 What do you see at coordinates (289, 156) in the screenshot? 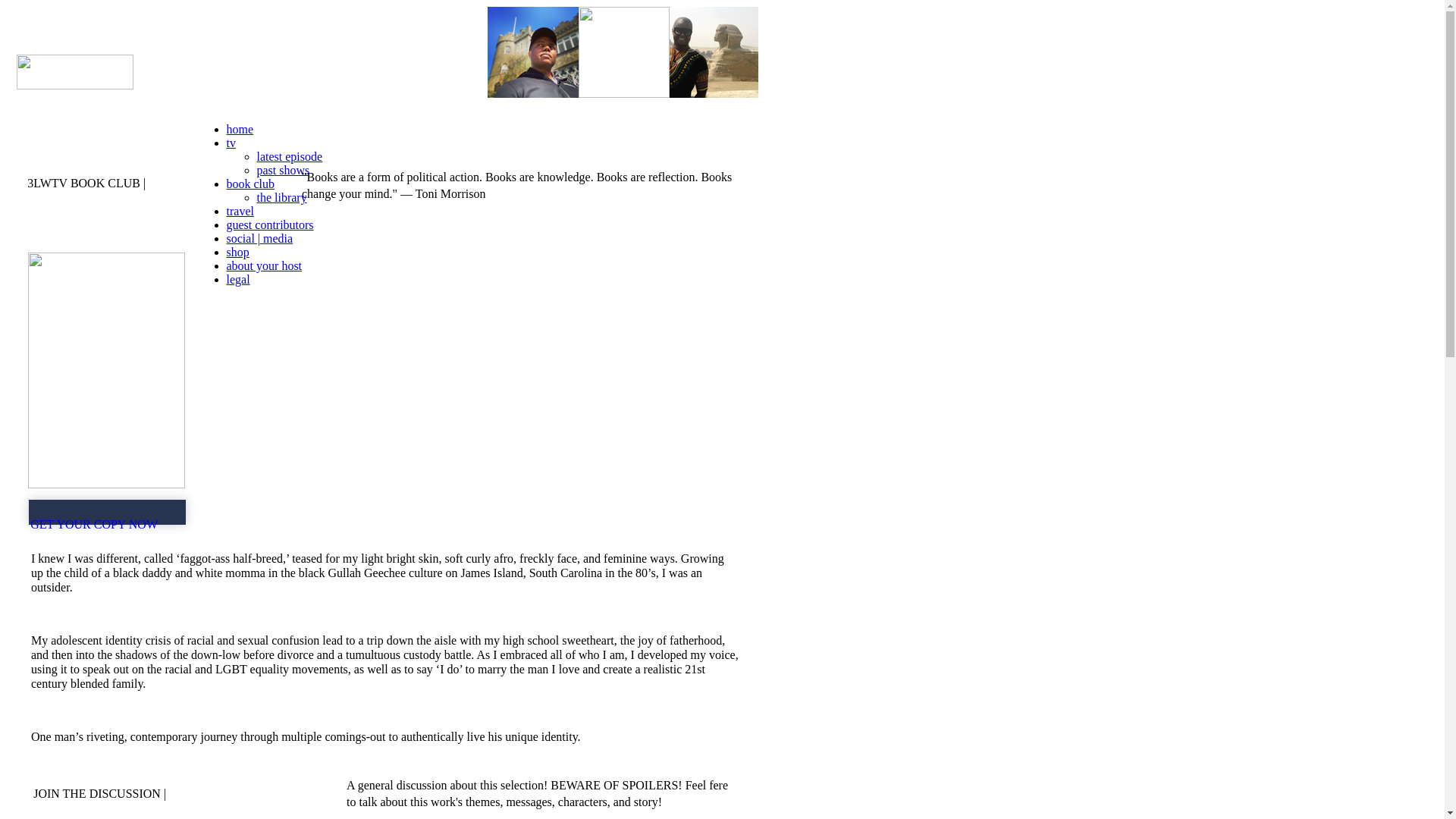
I see `'latest episode'` at bounding box center [289, 156].